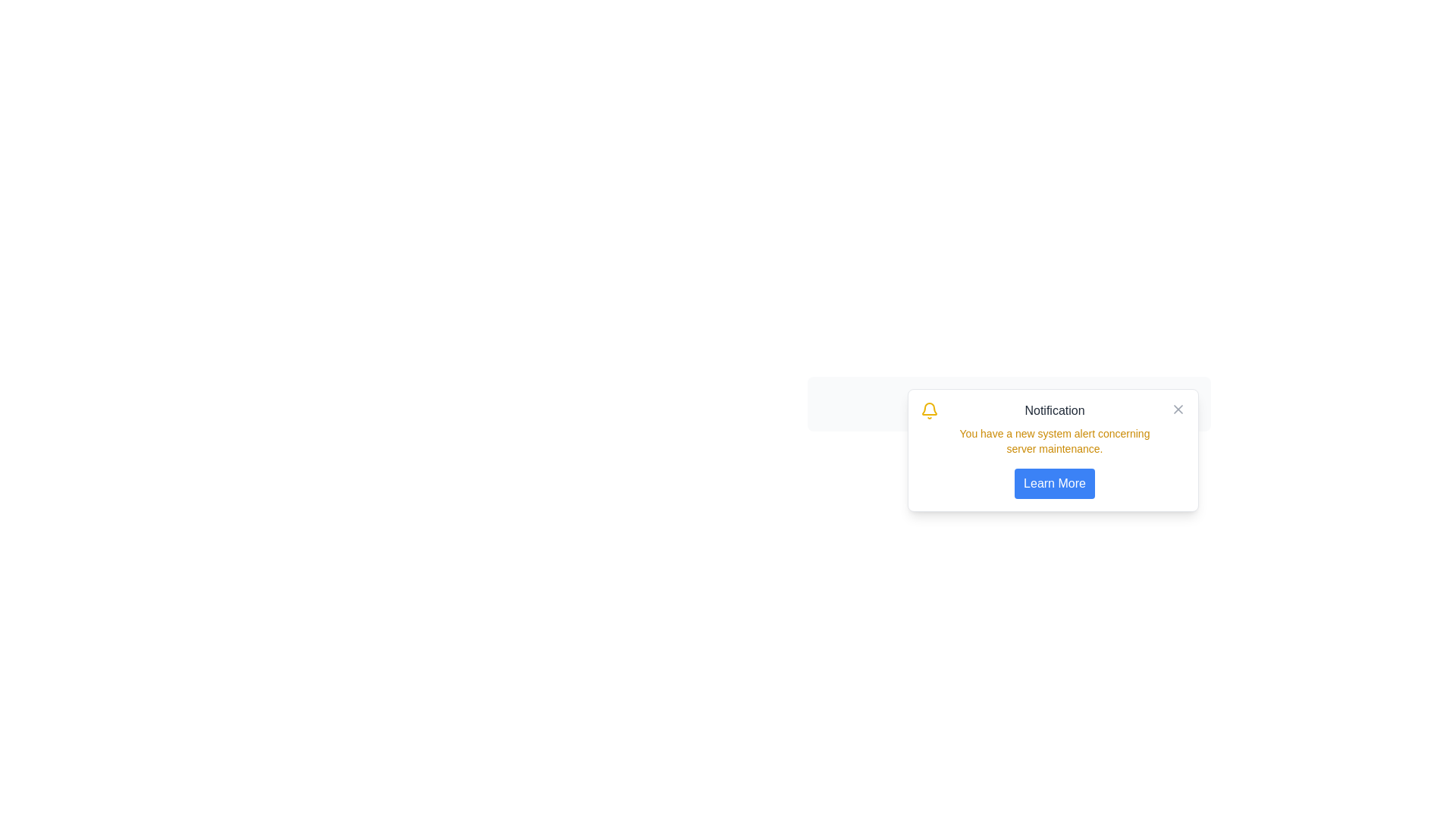 The height and width of the screenshot is (819, 1456). What do you see at coordinates (1054, 411) in the screenshot?
I see `text from the 'Notification' Text Label element, which is styled in gray color on a white background and located at the top-left corner of the notification card` at bounding box center [1054, 411].